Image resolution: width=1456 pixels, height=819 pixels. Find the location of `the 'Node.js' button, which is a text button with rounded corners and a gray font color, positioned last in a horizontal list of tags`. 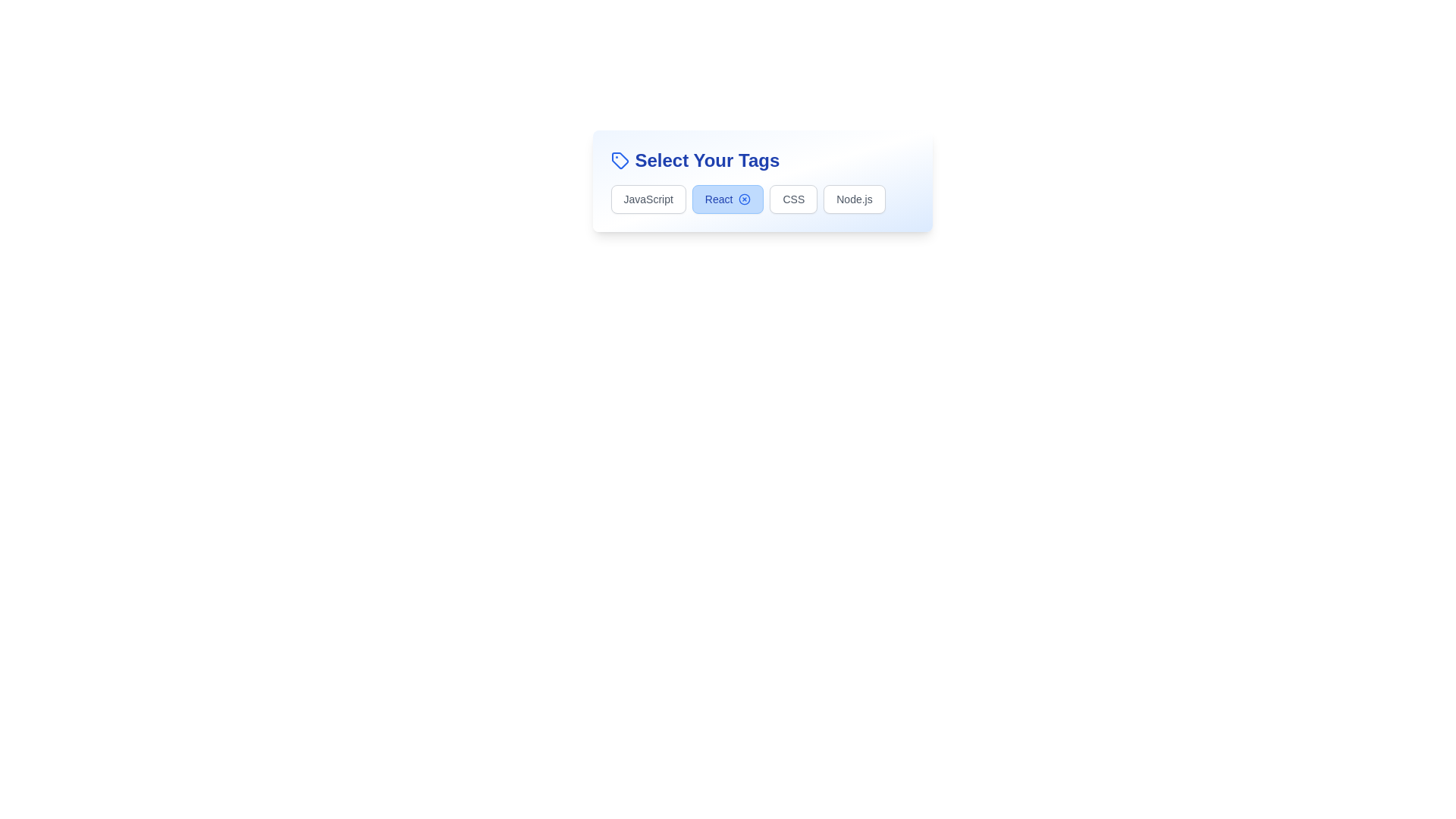

the 'Node.js' button, which is a text button with rounded corners and a gray font color, positioned last in a horizontal list of tags is located at coordinates (855, 198).